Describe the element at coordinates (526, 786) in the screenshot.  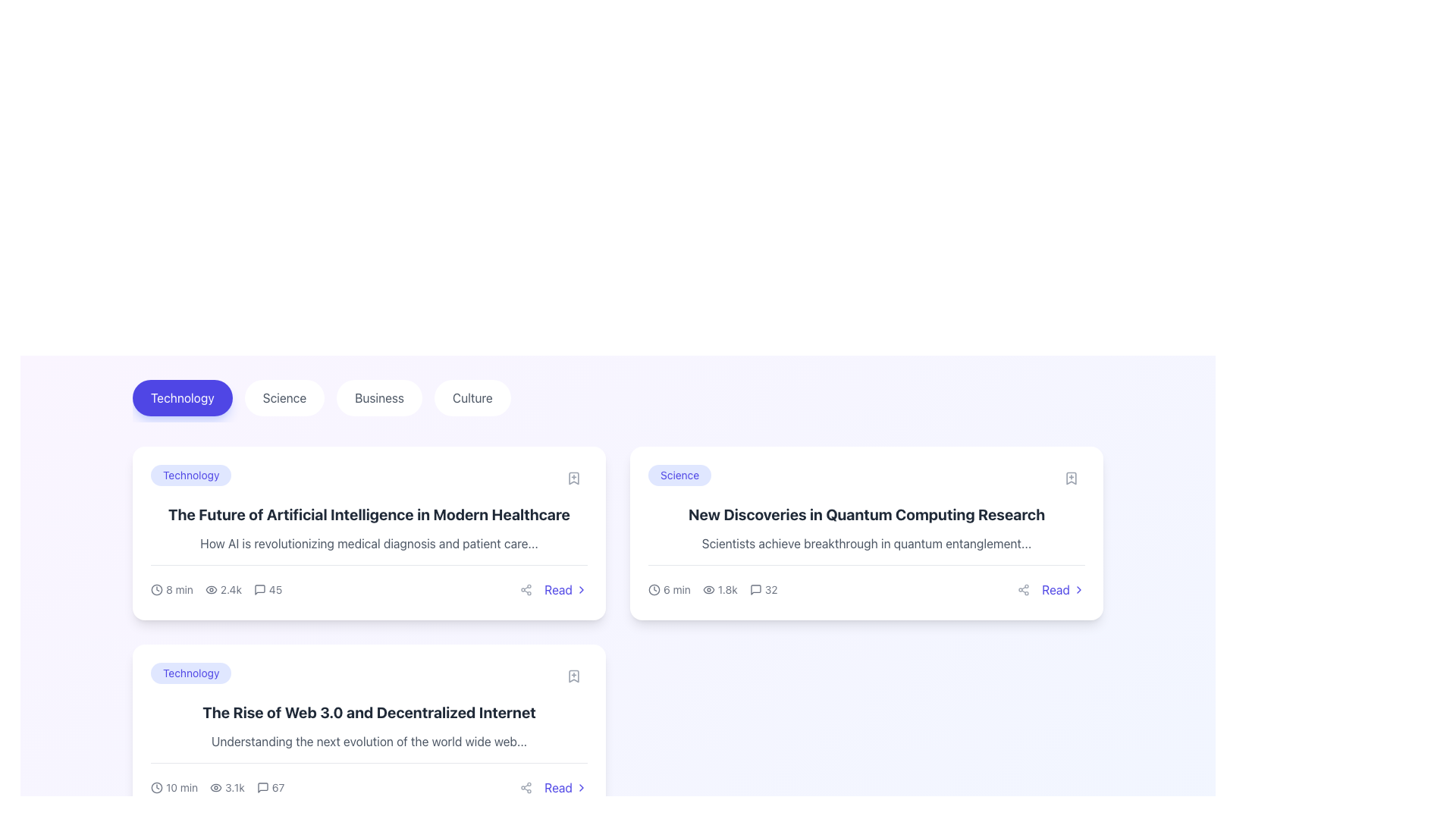
I see `the sharing button located in the lower right corner of the second card in the grid layout` at that location.